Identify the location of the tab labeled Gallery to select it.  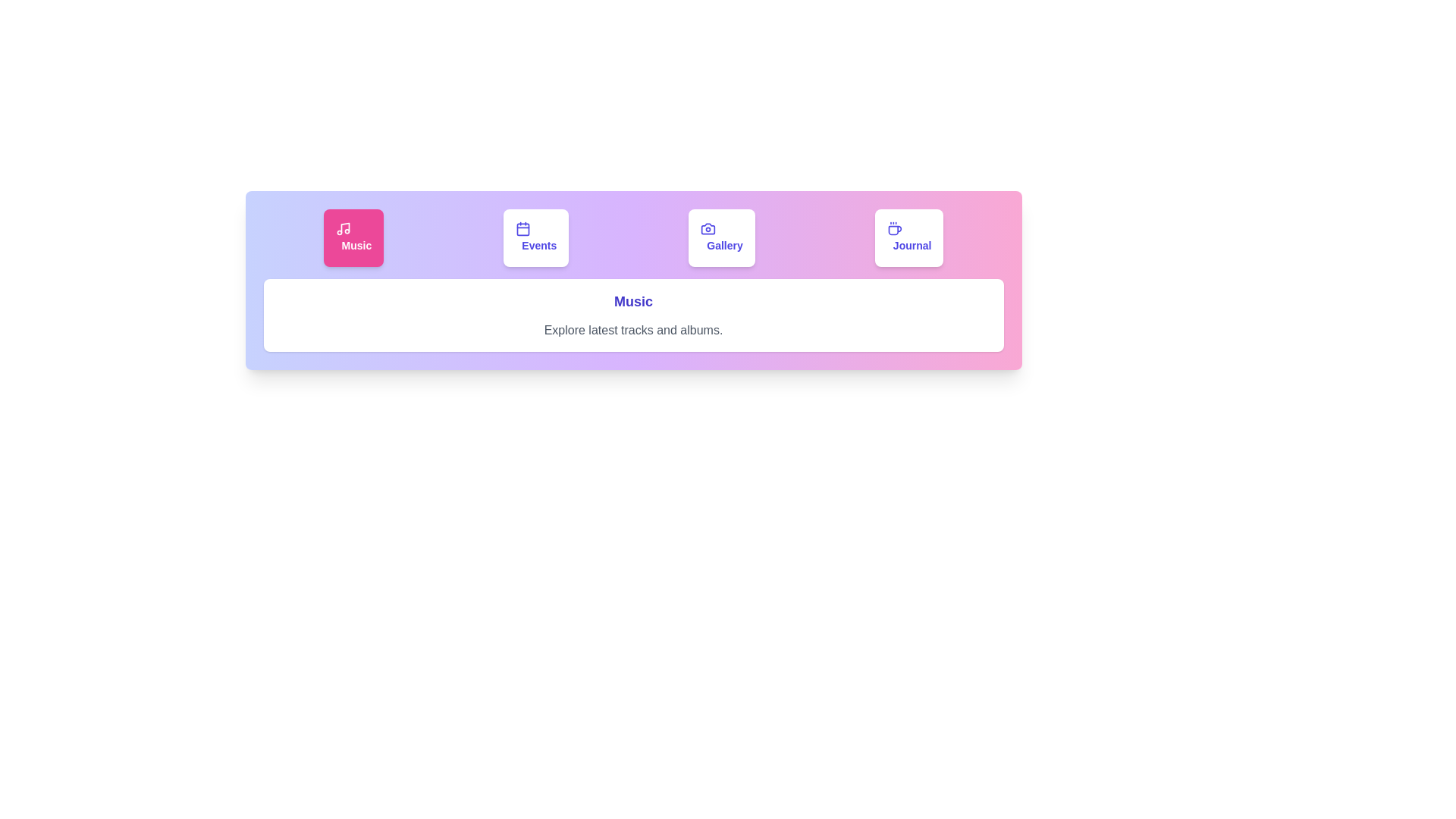
(721, 237).